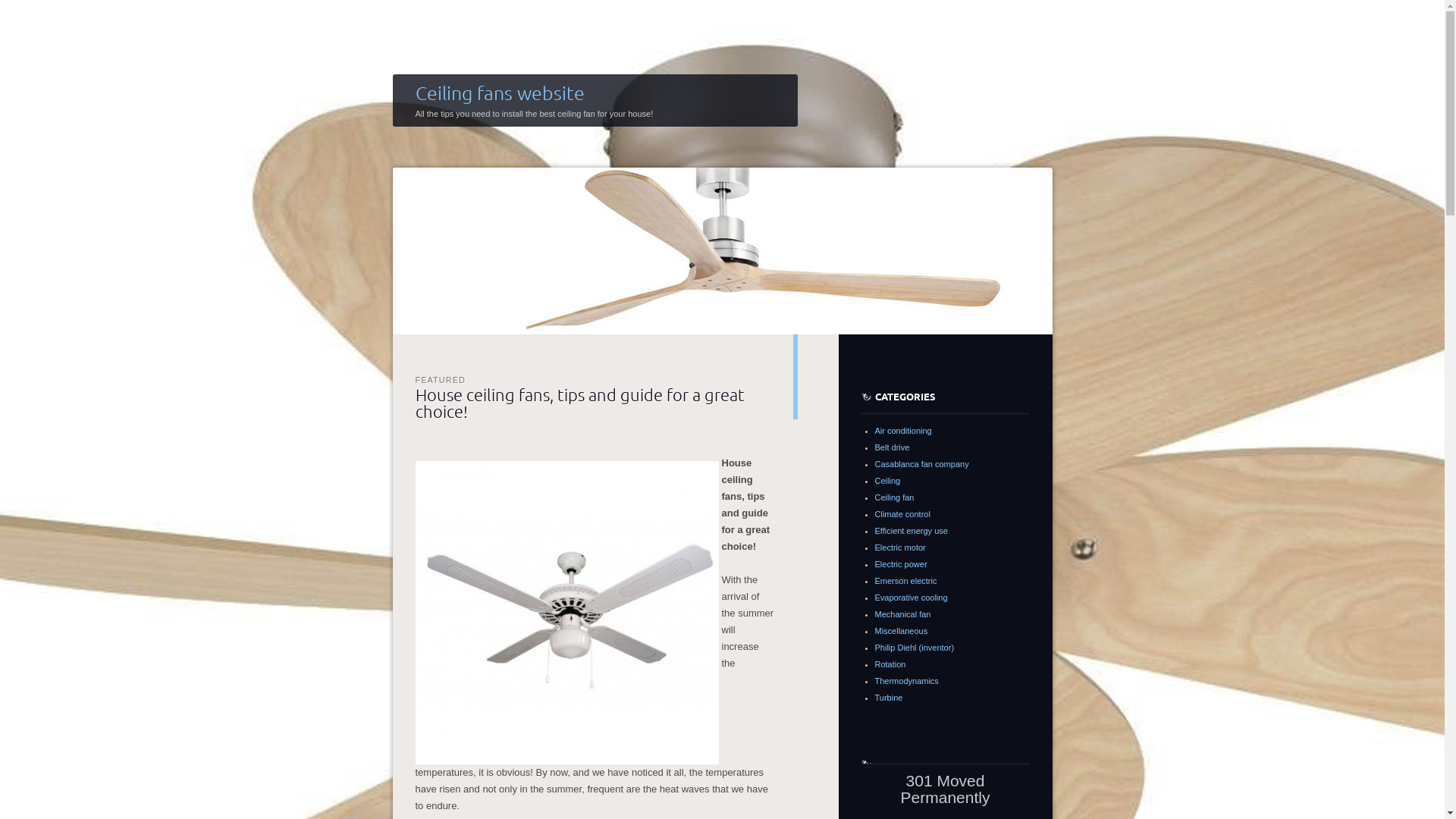 This screenshot has height=819, width=1456. I want to click on 'Climate control', so click(874, 513).